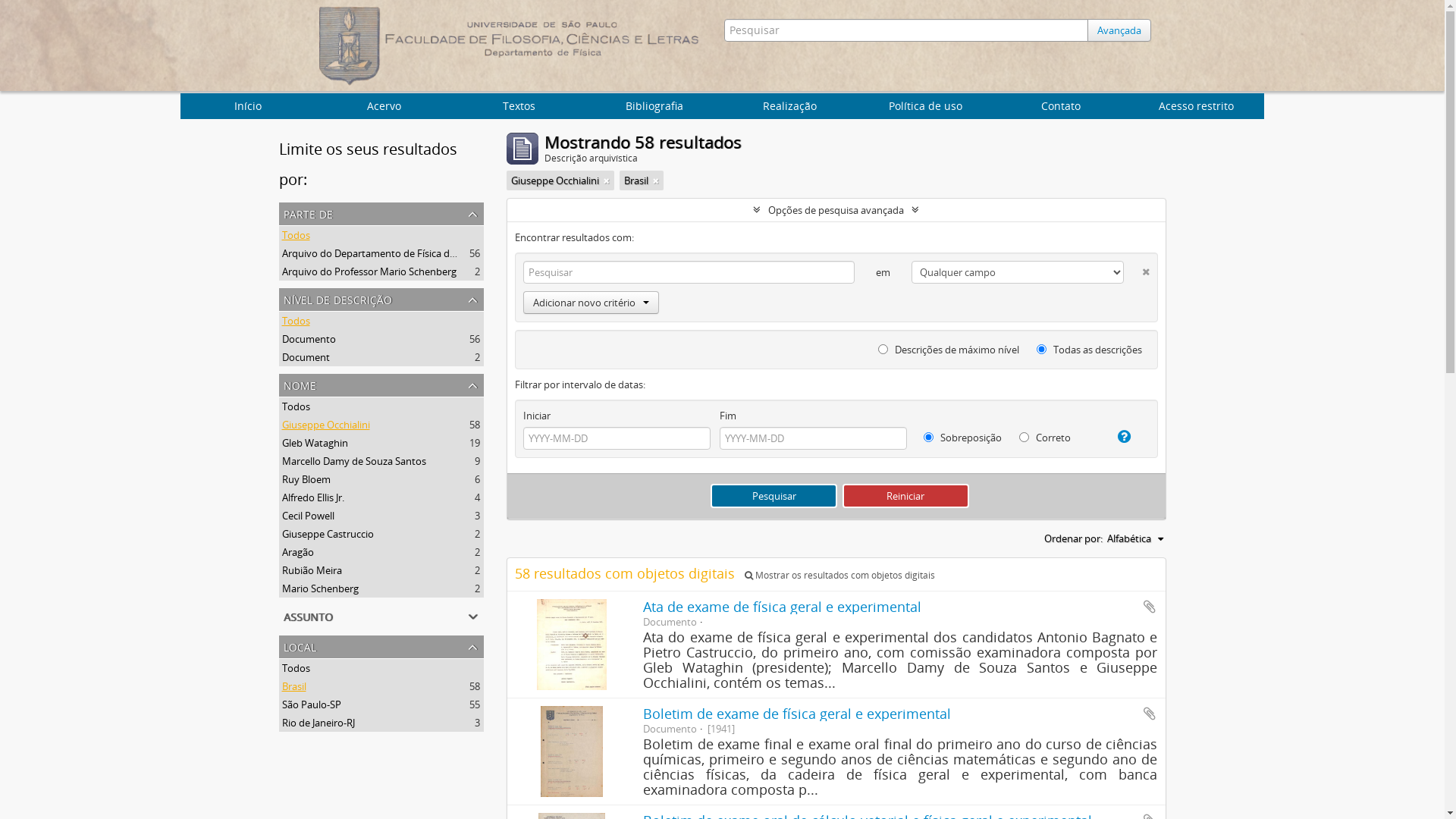 The width and height of the screenshot is (1456, 819). Describe the element at coordinates (384, 105) in the screenshot. I see `'Acervo'` at that location.